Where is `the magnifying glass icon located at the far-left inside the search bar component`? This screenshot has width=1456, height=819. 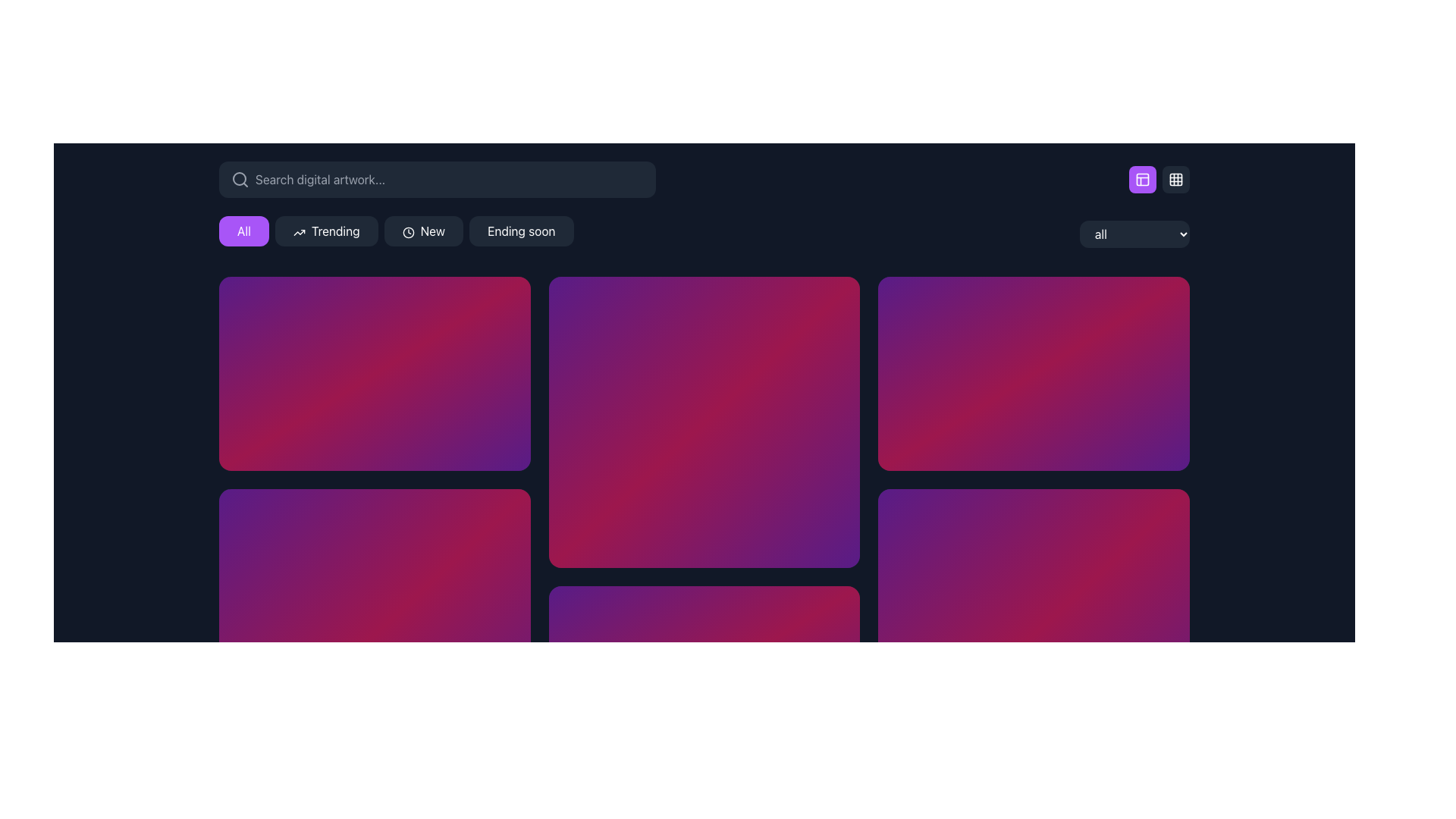 the magnifying glass icon located at the far-left inside the search bar component is located at coordinates (239, 178).